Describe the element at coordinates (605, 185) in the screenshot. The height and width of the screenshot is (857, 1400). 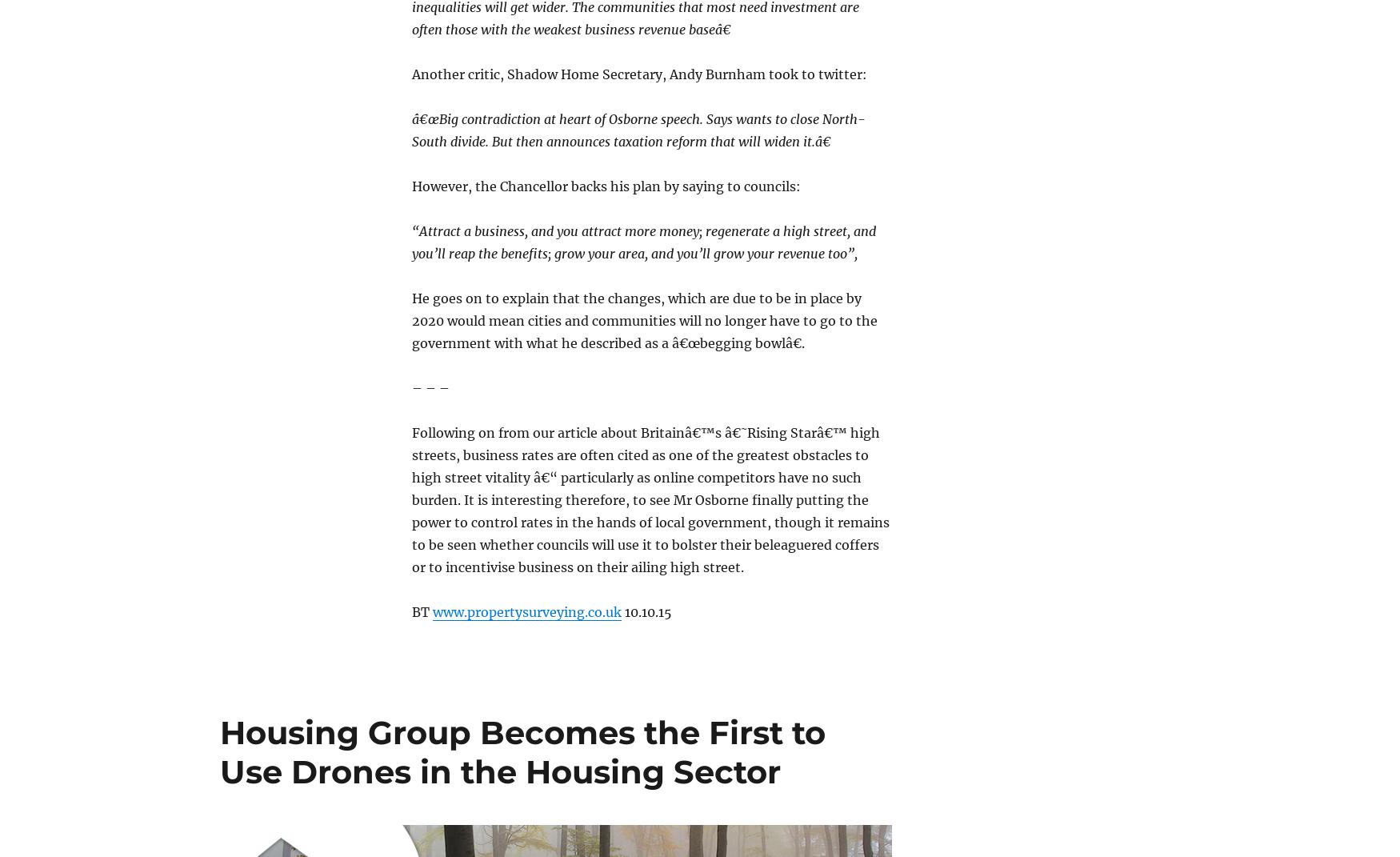
I see `'However, the Chancellor backs his plan by saying to councils:'` at that location.